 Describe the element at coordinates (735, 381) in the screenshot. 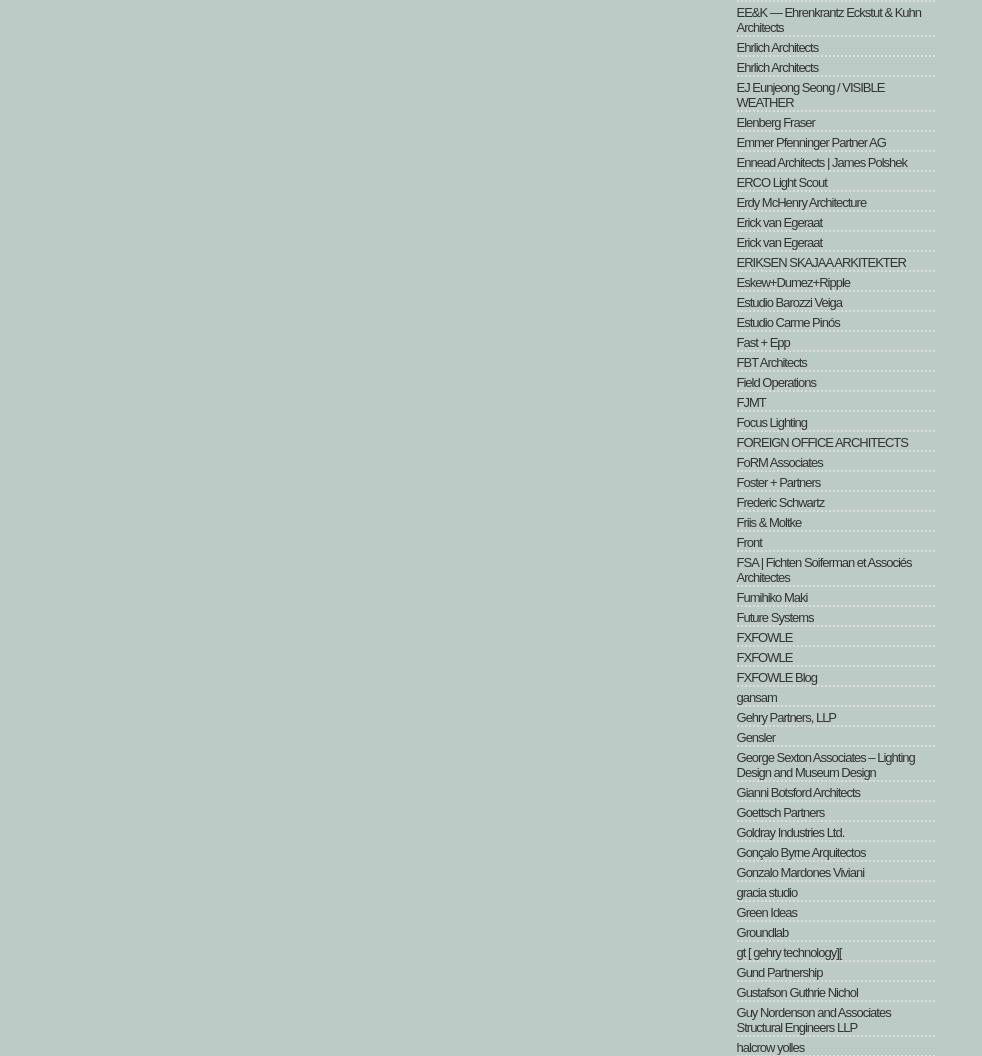

I see `'Field Operations'` at that location.